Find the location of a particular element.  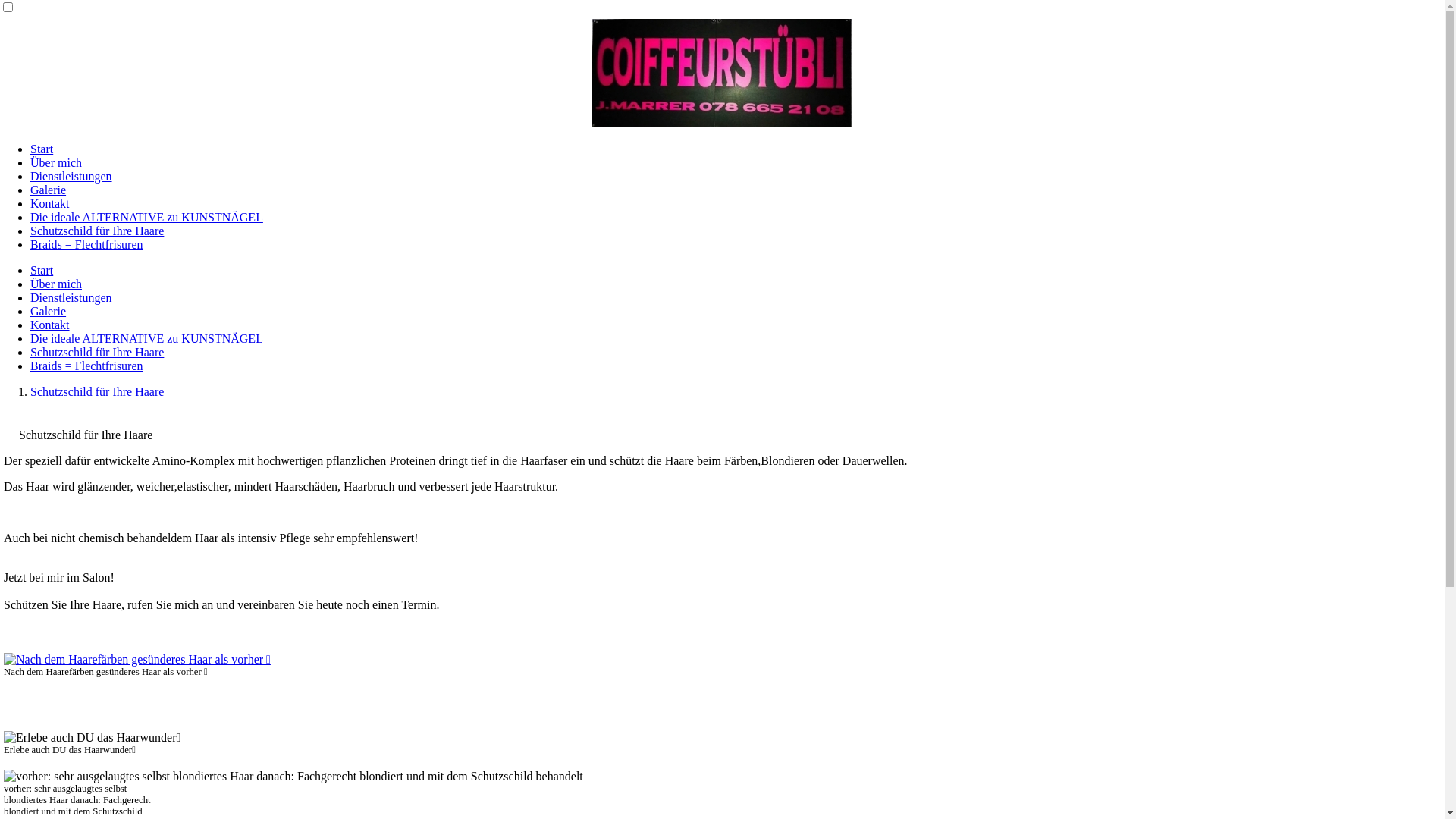

'Start' is located at coordinates (30, 149).